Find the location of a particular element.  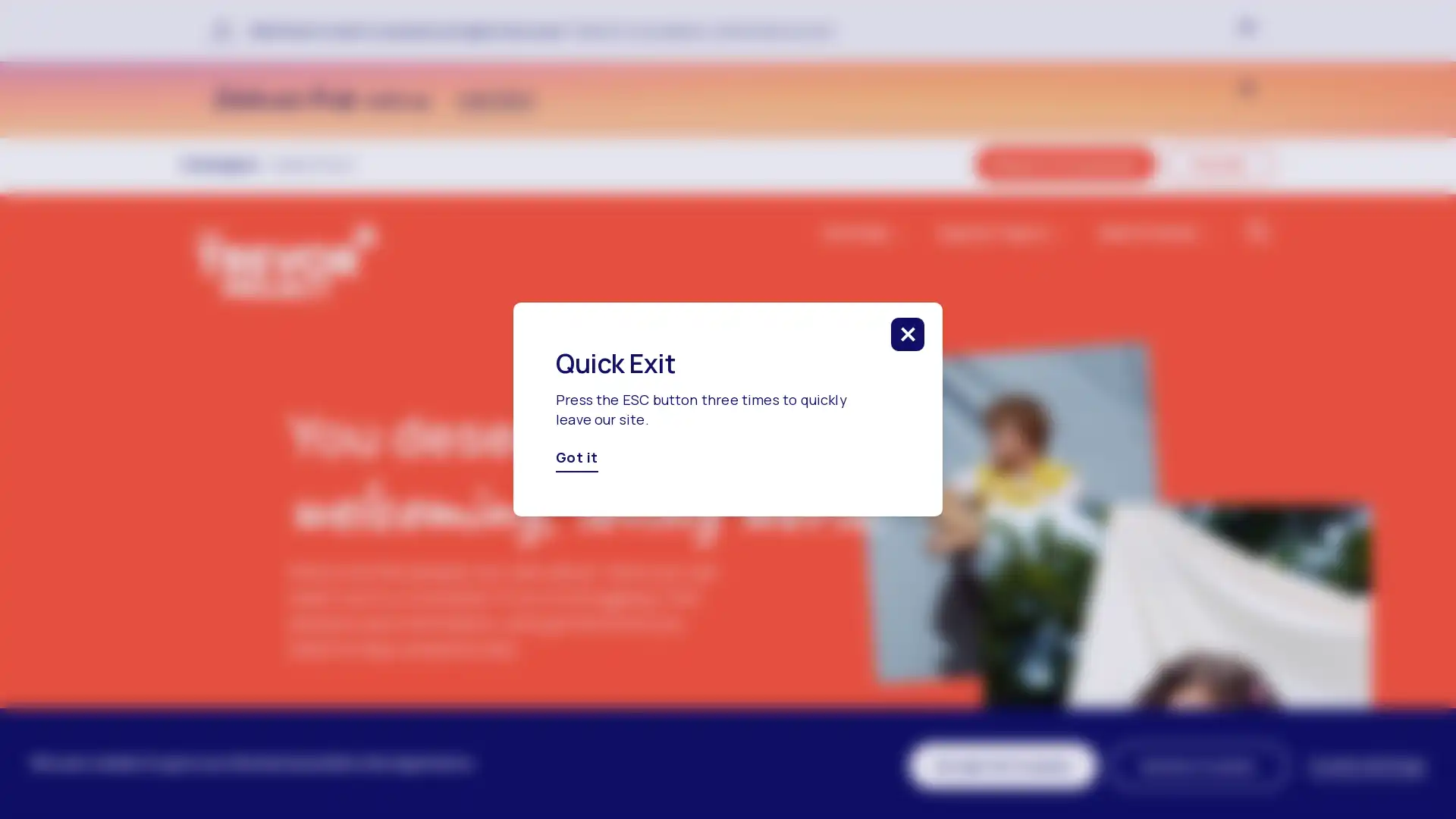

Decline Cookies is located at coordinates (1197, 766).